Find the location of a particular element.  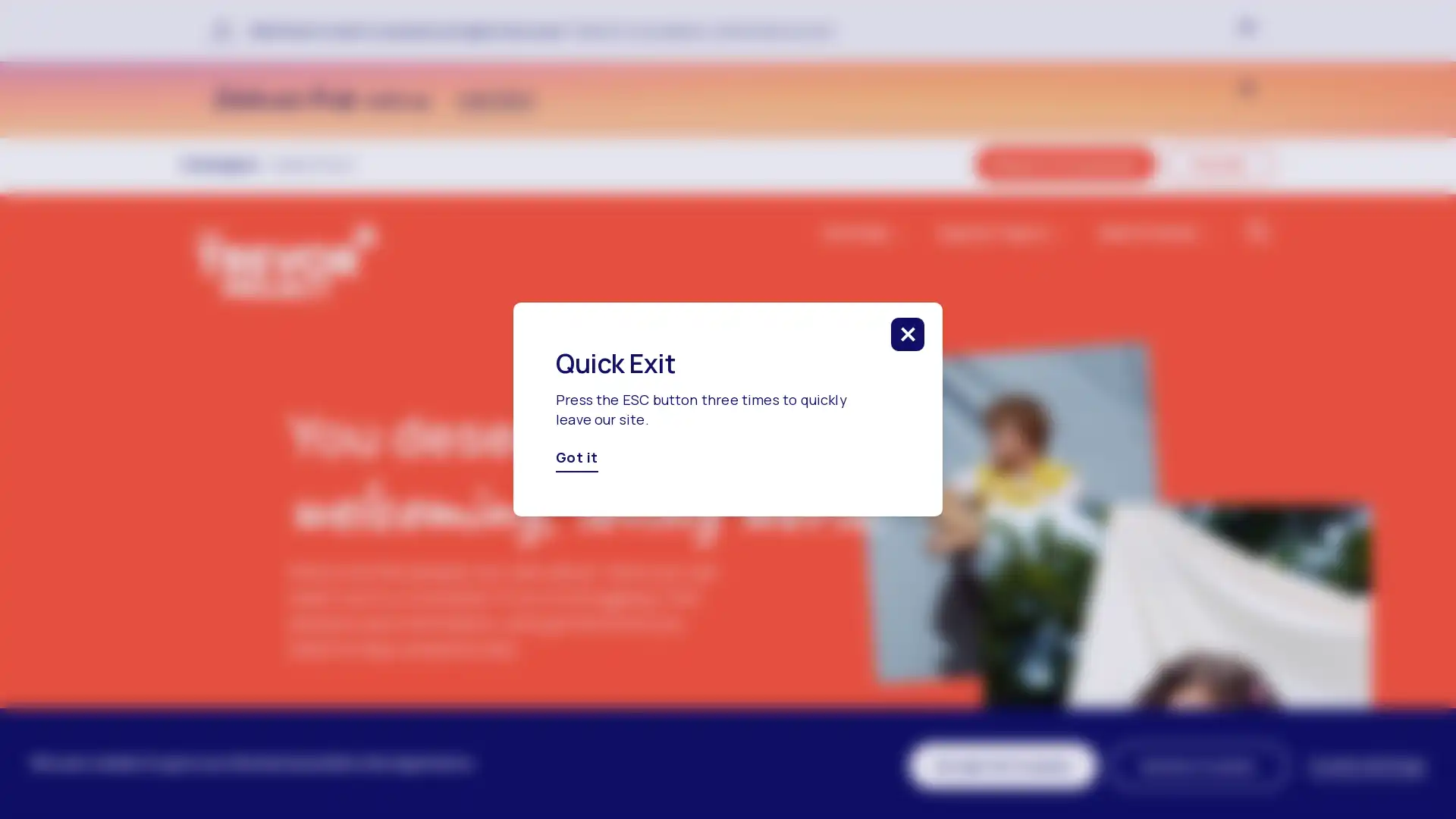

Decline Cookies is located at coordinates (1197, 766).